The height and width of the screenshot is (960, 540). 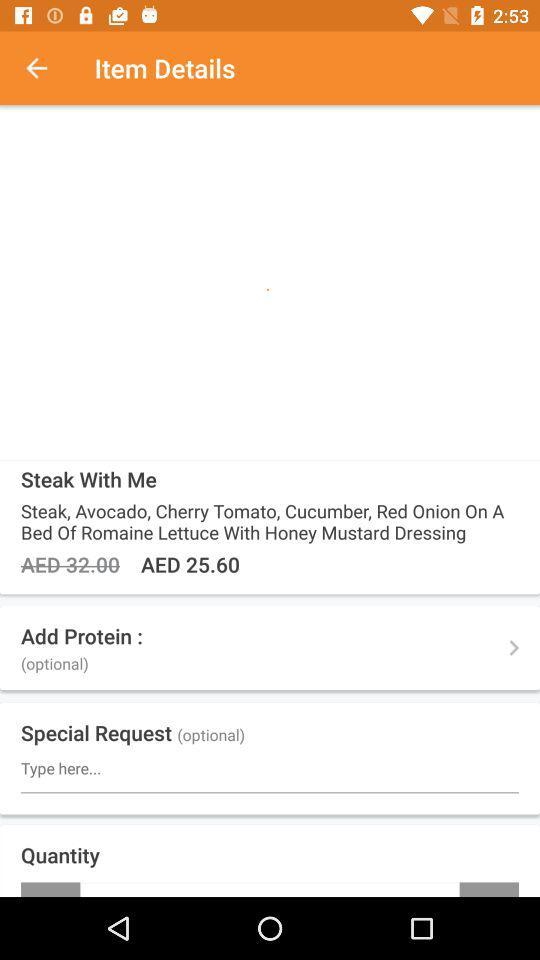 I want to click on the item at the top left corner, so click(x=47, y=68).